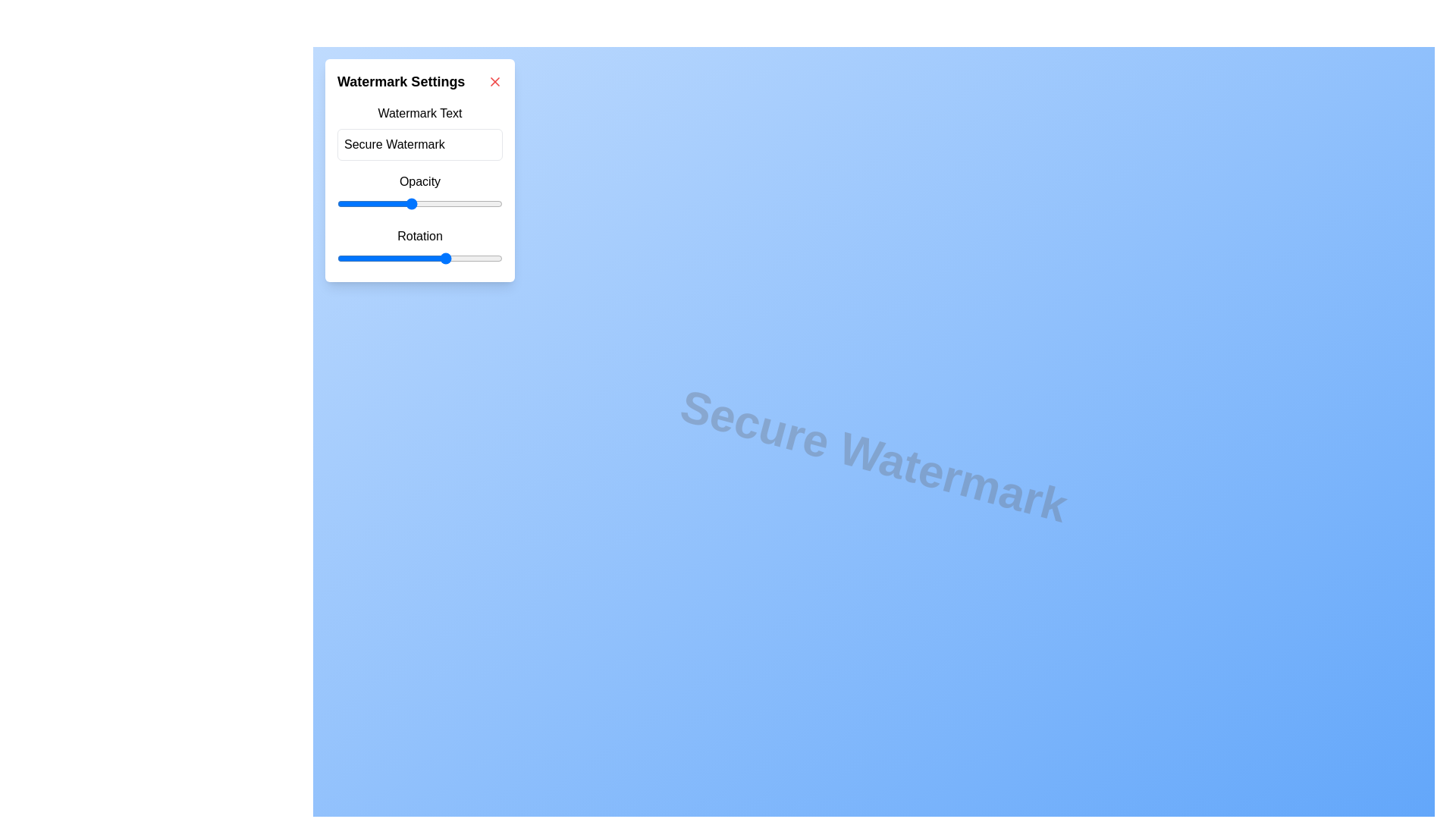  I want to click on the text element displaying 'Secure Watermark' in a bold font with gray color and semi-transparency, positioned slightly off-center to the right and lower side of the visible interface, so click(874, 455).